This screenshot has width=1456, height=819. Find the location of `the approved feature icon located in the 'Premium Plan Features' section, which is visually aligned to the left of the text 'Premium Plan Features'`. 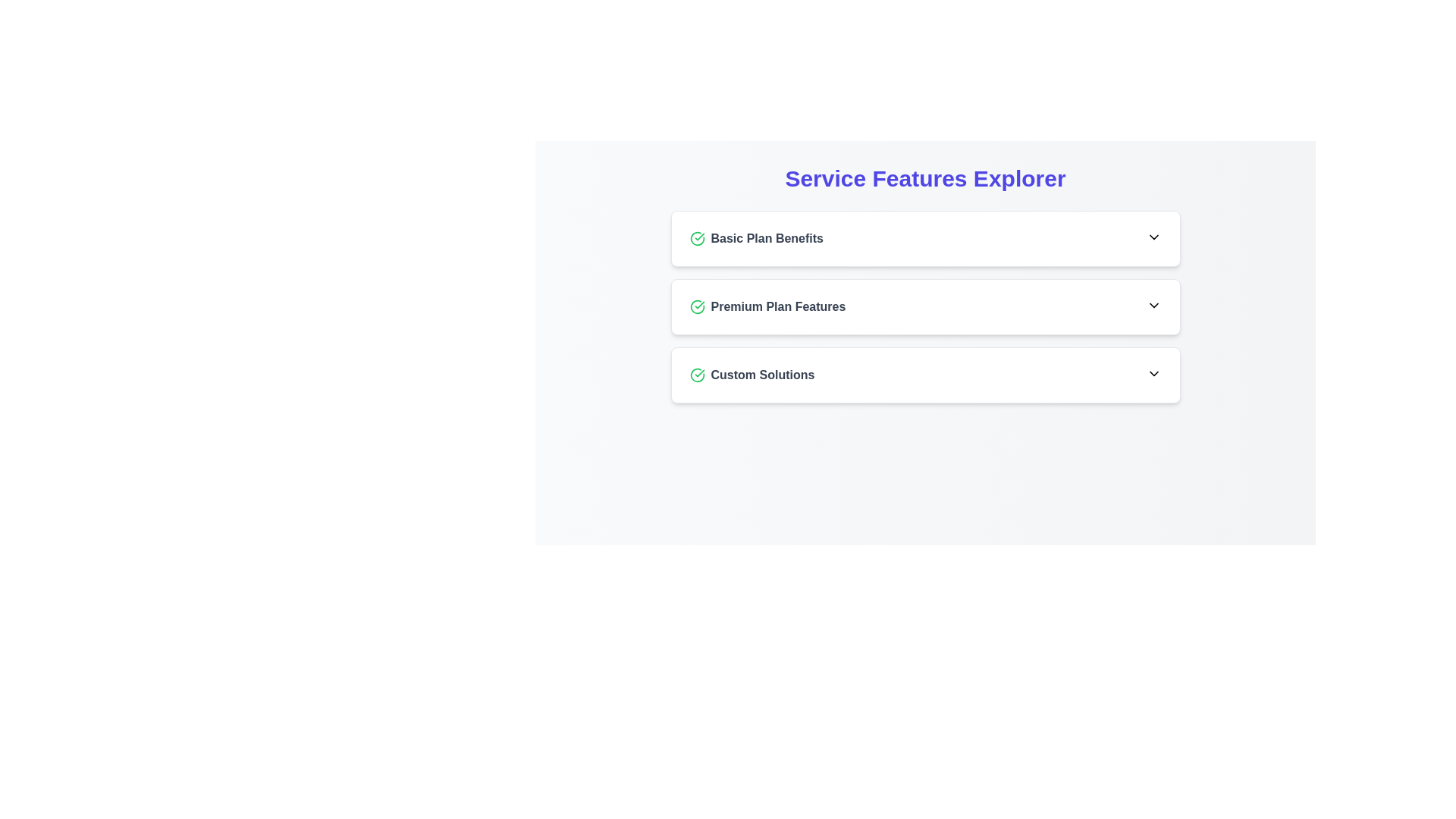

the approved feature icon located in the 'Premium Plan Features' section, which is visually aligned to the left of the text 'Premium Plan Features' is located at coordinates (696, 307).